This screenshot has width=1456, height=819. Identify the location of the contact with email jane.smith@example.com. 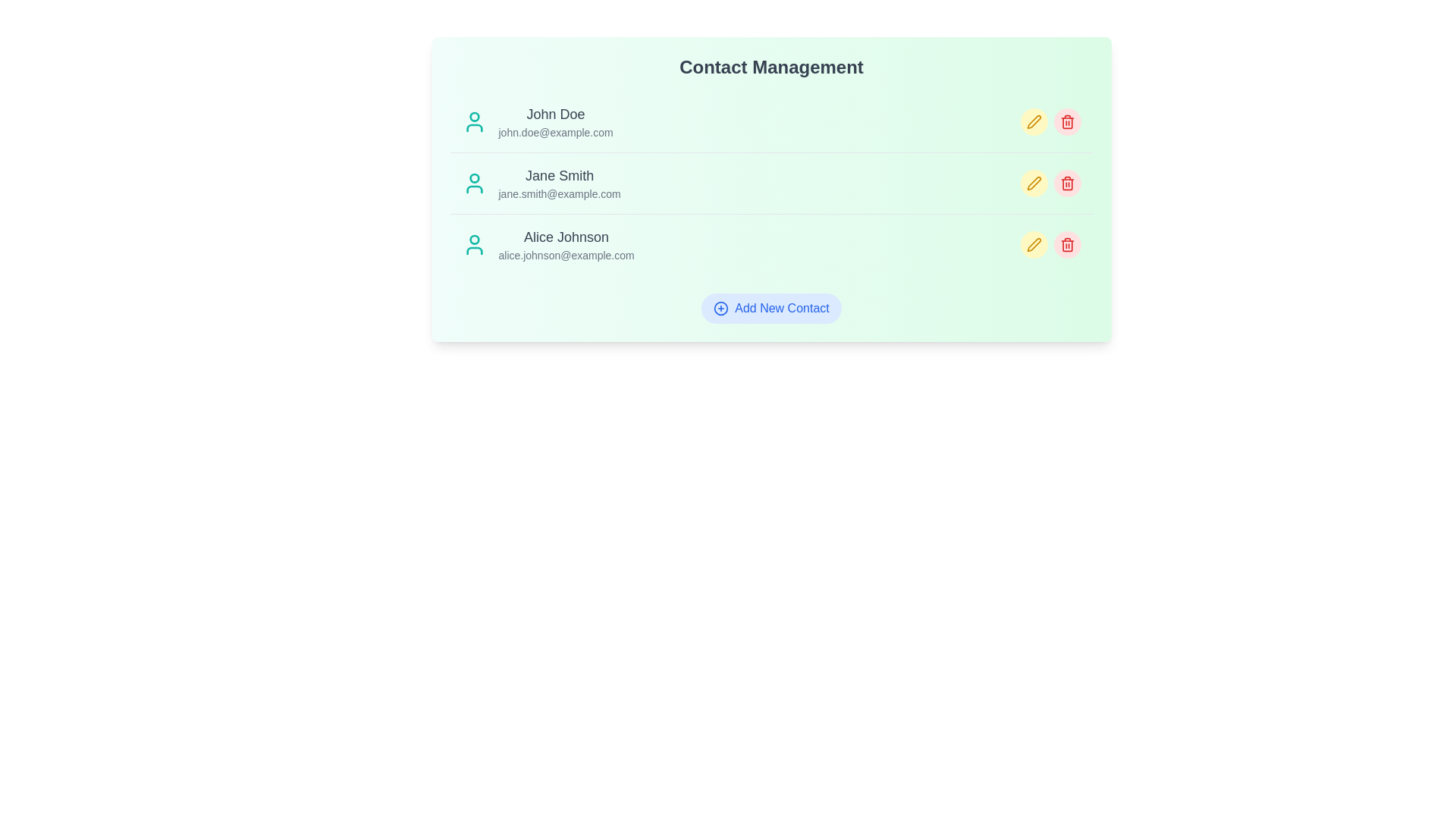
(559, 183).